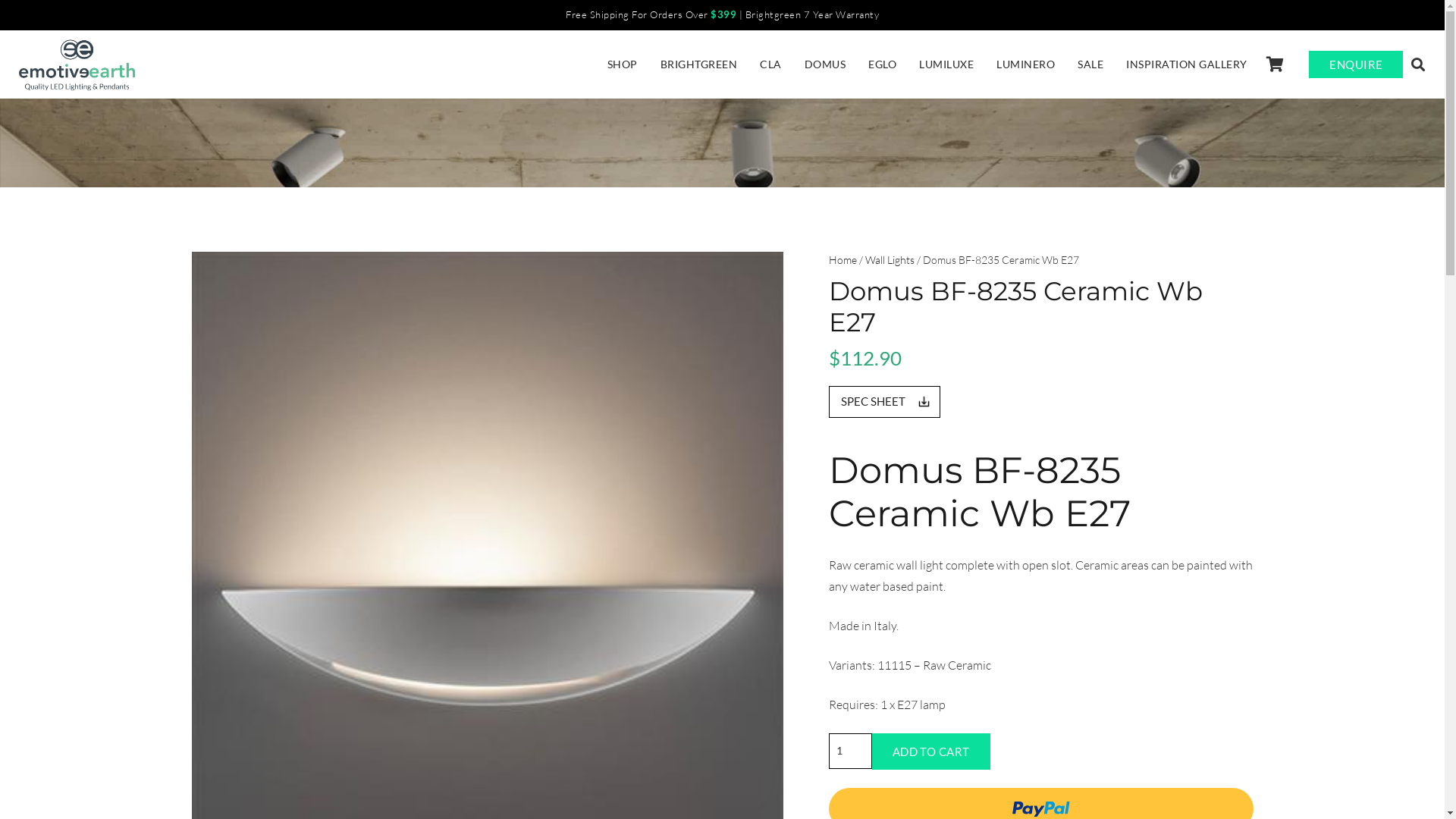 The height and width of the screenshot is (819, 1456). I want to click on 'BRIGHTGREEN', so click(698, 63).